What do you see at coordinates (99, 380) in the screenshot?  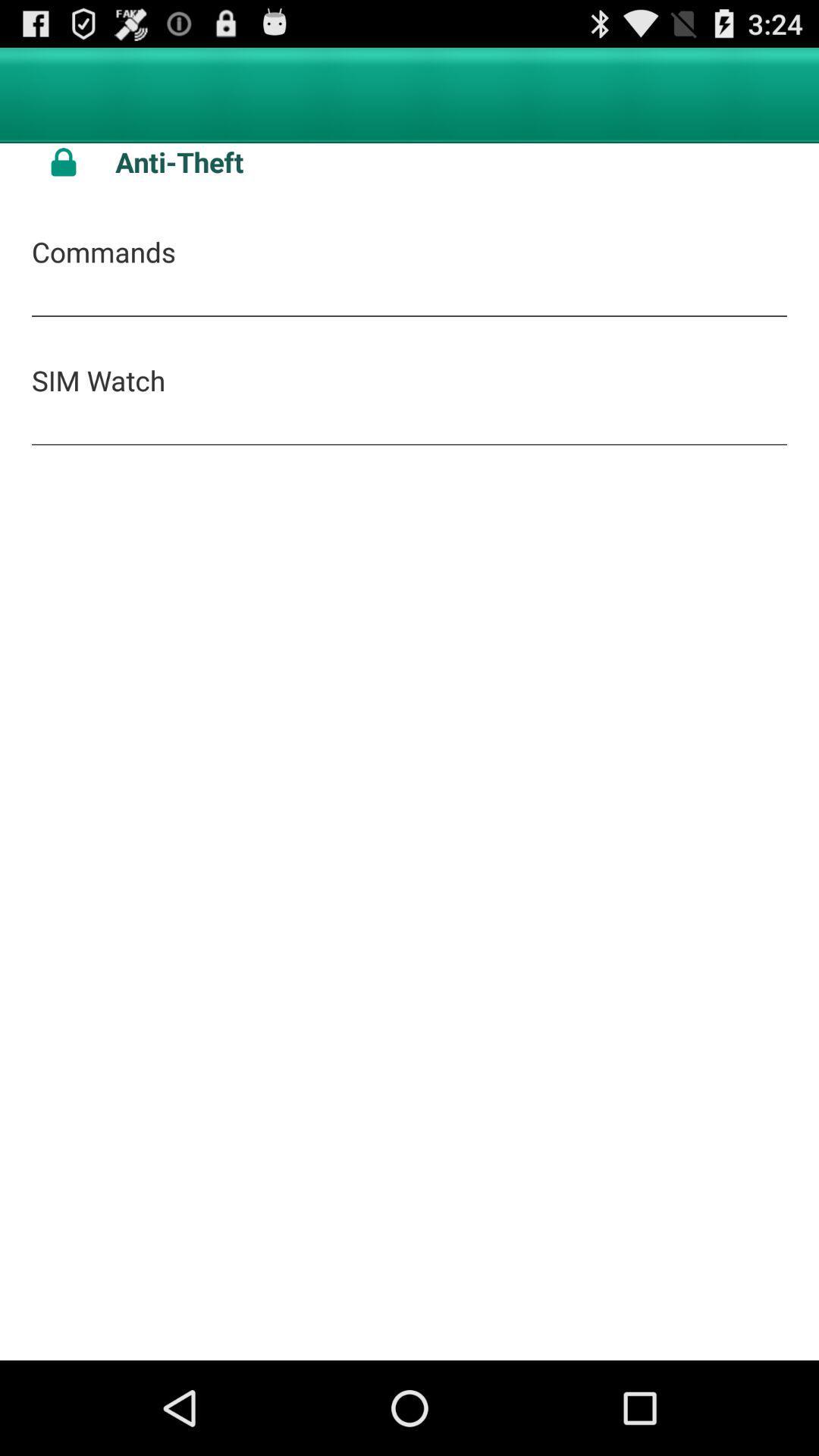 I see `the sim watch app` at bounding box center [99, 380].